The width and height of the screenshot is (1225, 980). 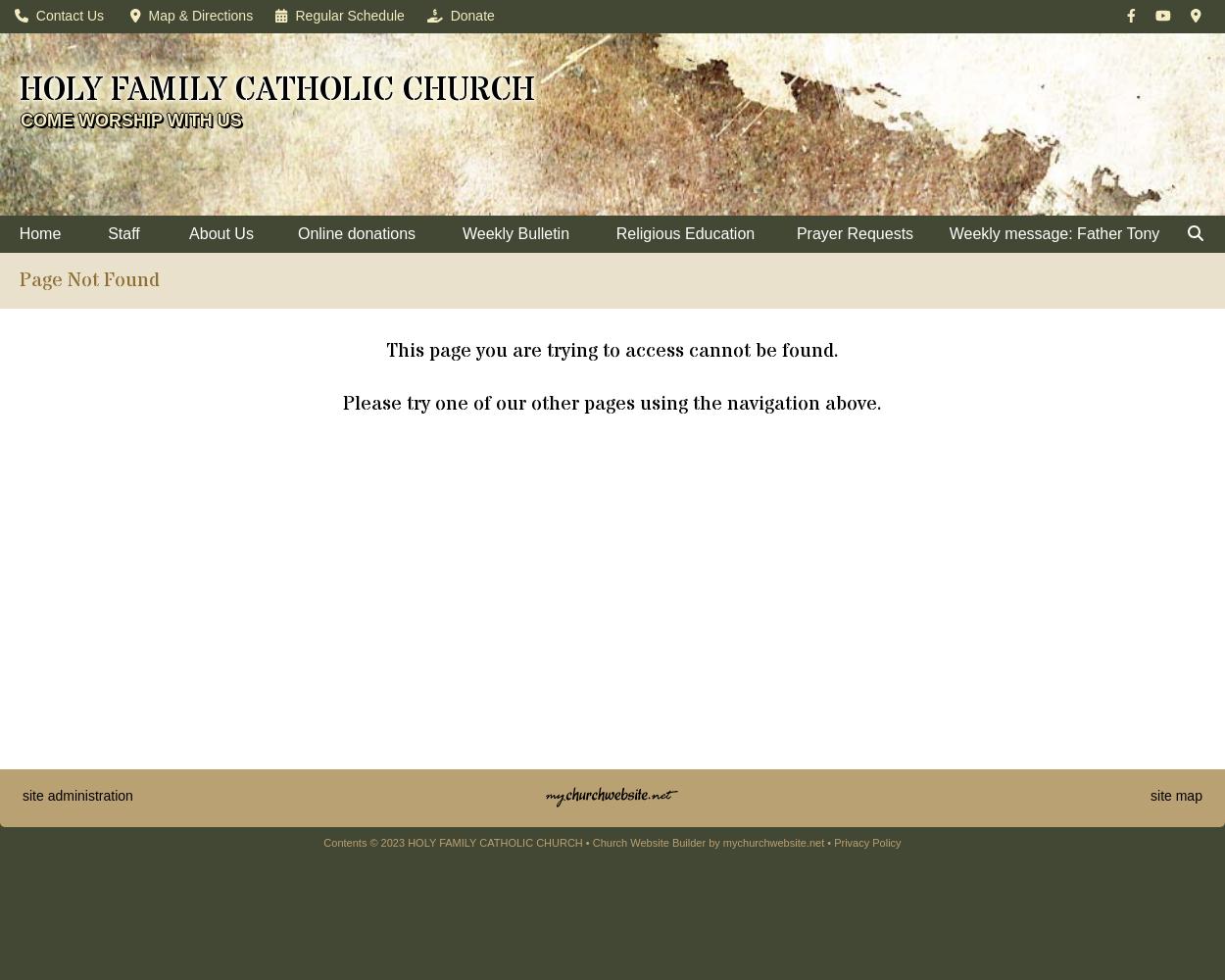 What do you see at coordinates (612, 404) in the screenshot?
I see `'Please try one of our other pages using the navigation above.'` at bounding box center [612, 404].